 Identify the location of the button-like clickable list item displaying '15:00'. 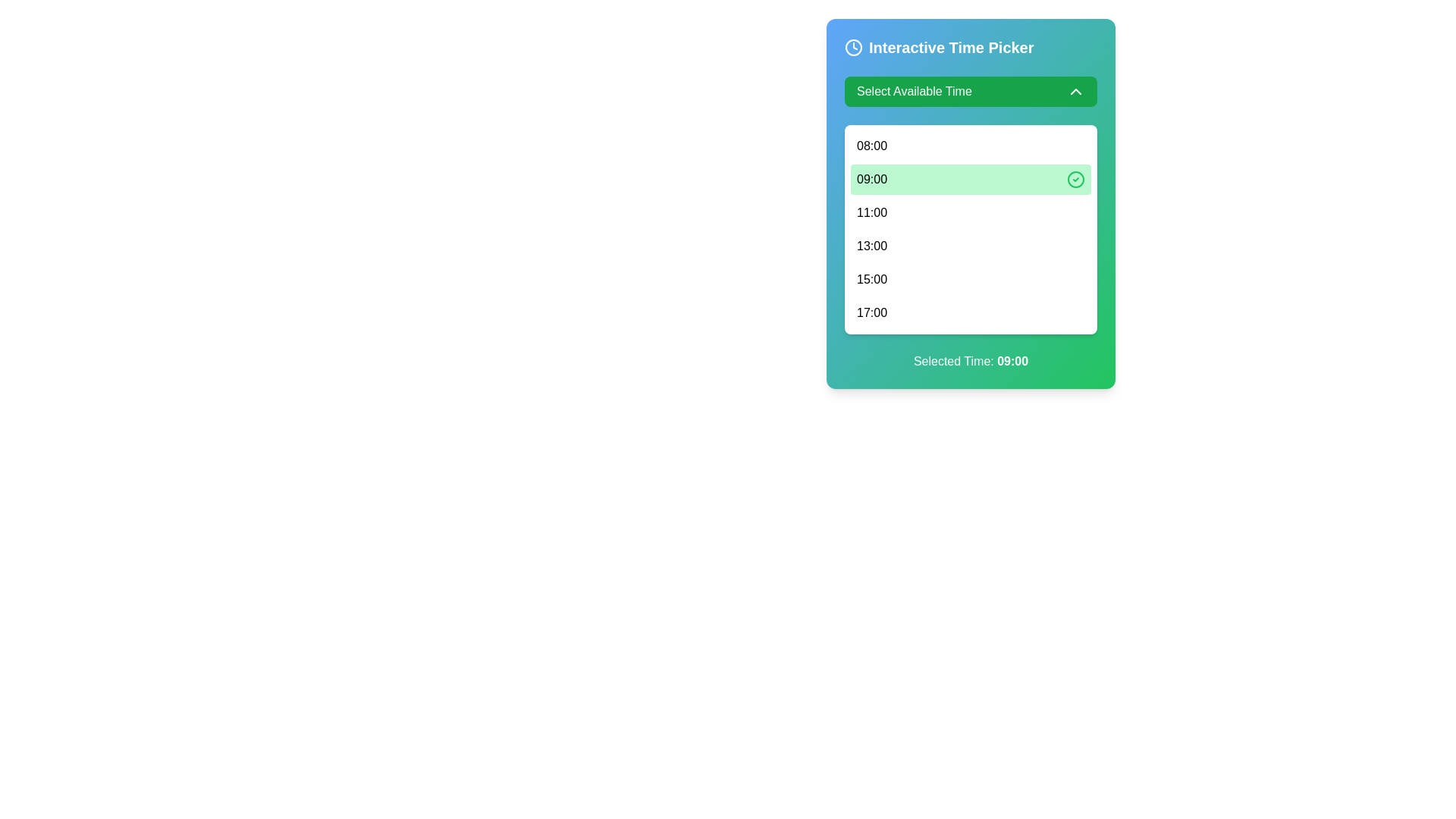
(971, 280).